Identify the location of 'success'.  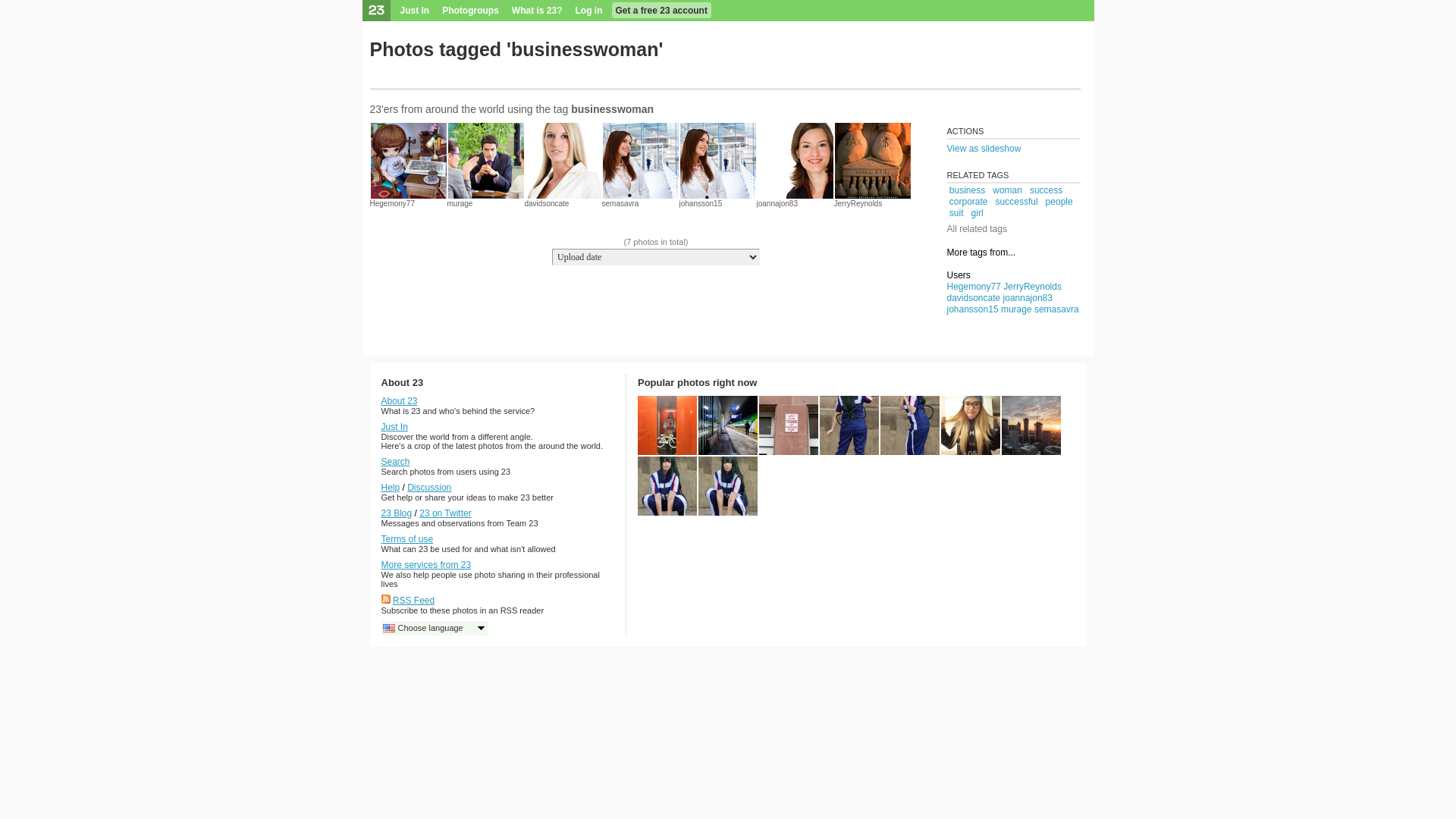
(1045, 189).